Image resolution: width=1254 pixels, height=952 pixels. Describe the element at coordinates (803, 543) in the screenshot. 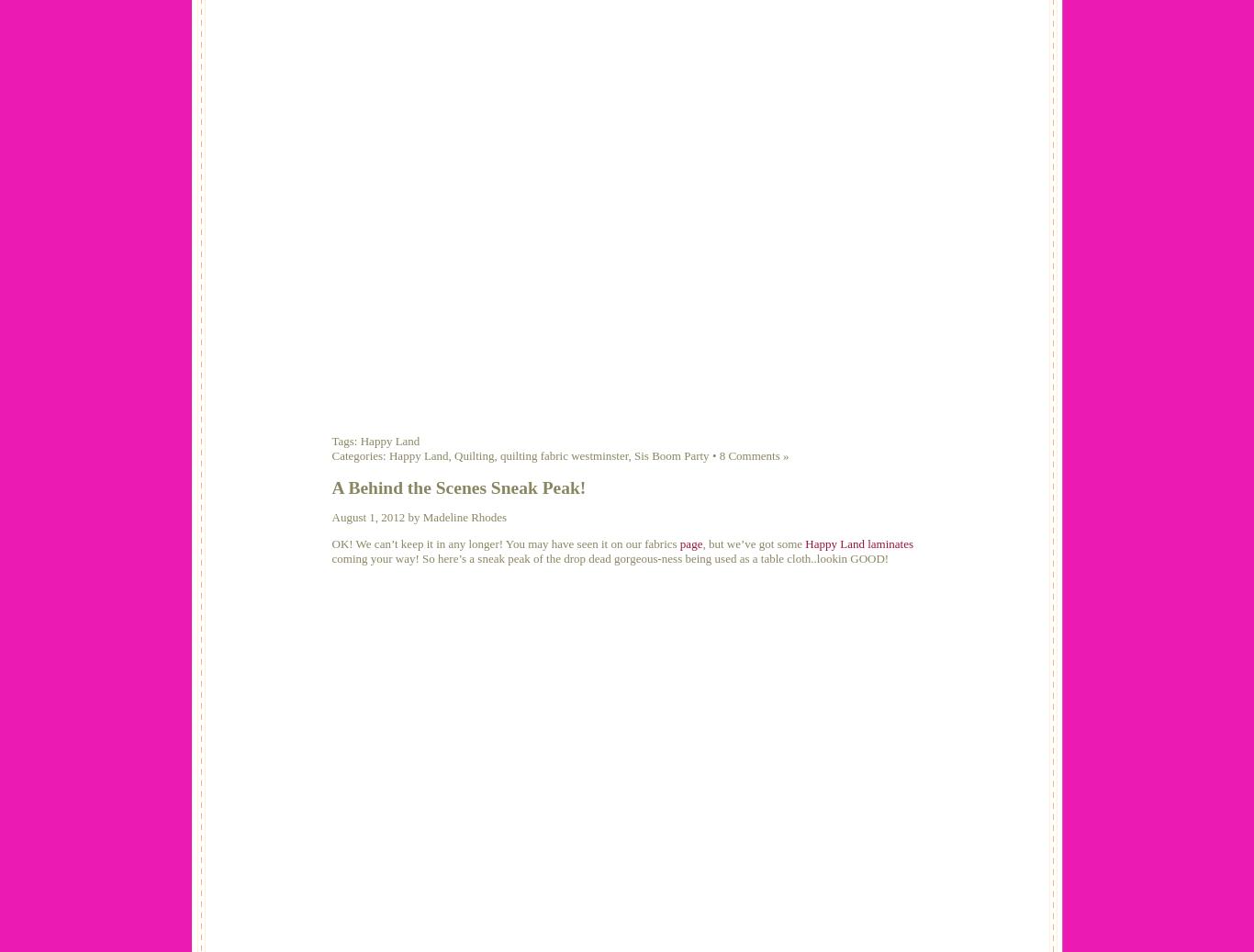

I see `'Happy Land laminates'` at that location.